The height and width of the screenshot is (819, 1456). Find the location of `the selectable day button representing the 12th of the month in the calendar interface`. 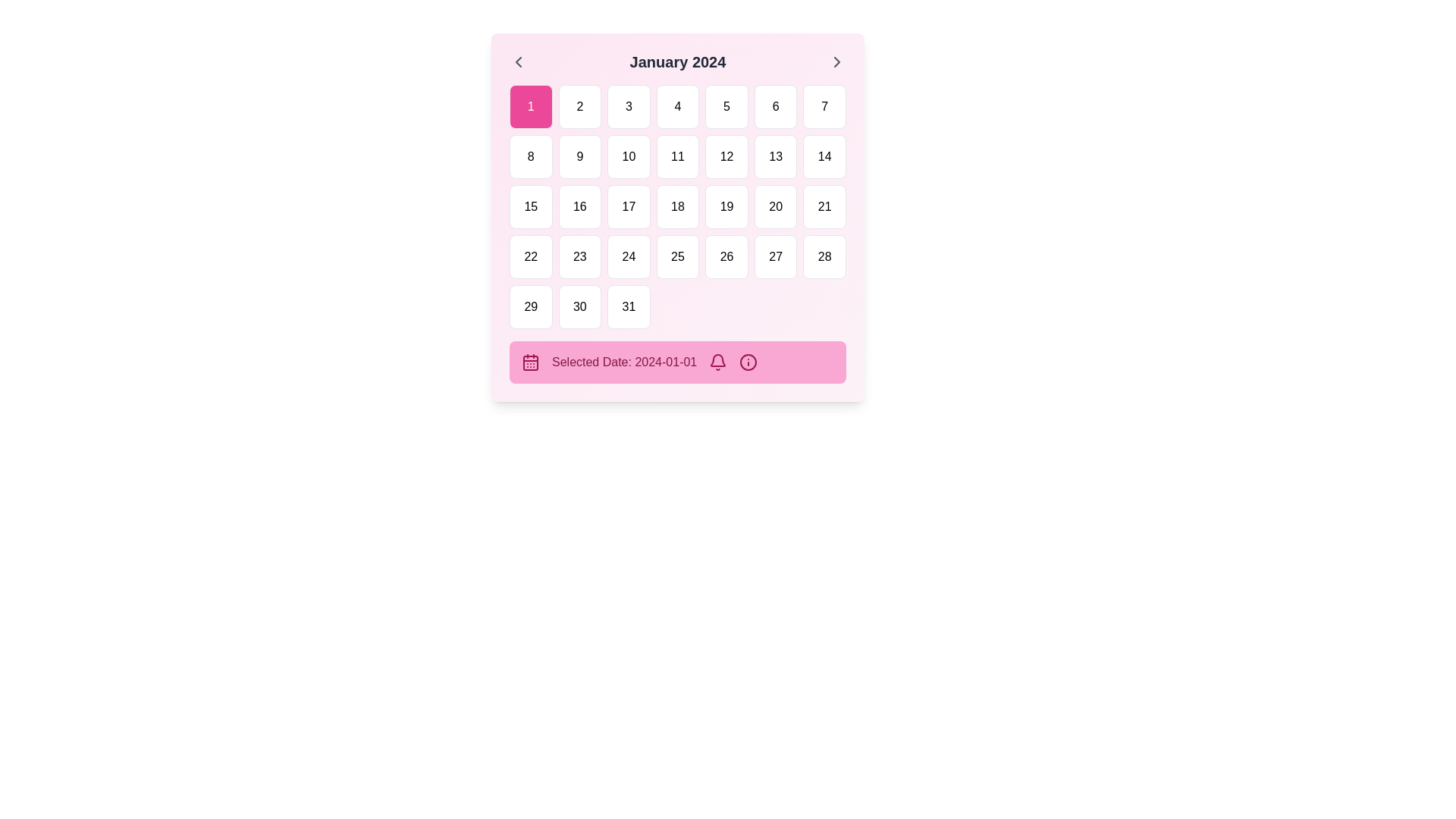

the selectable day button representing the 12th of the month in the calendar interface is located at coordinates (726, 157).